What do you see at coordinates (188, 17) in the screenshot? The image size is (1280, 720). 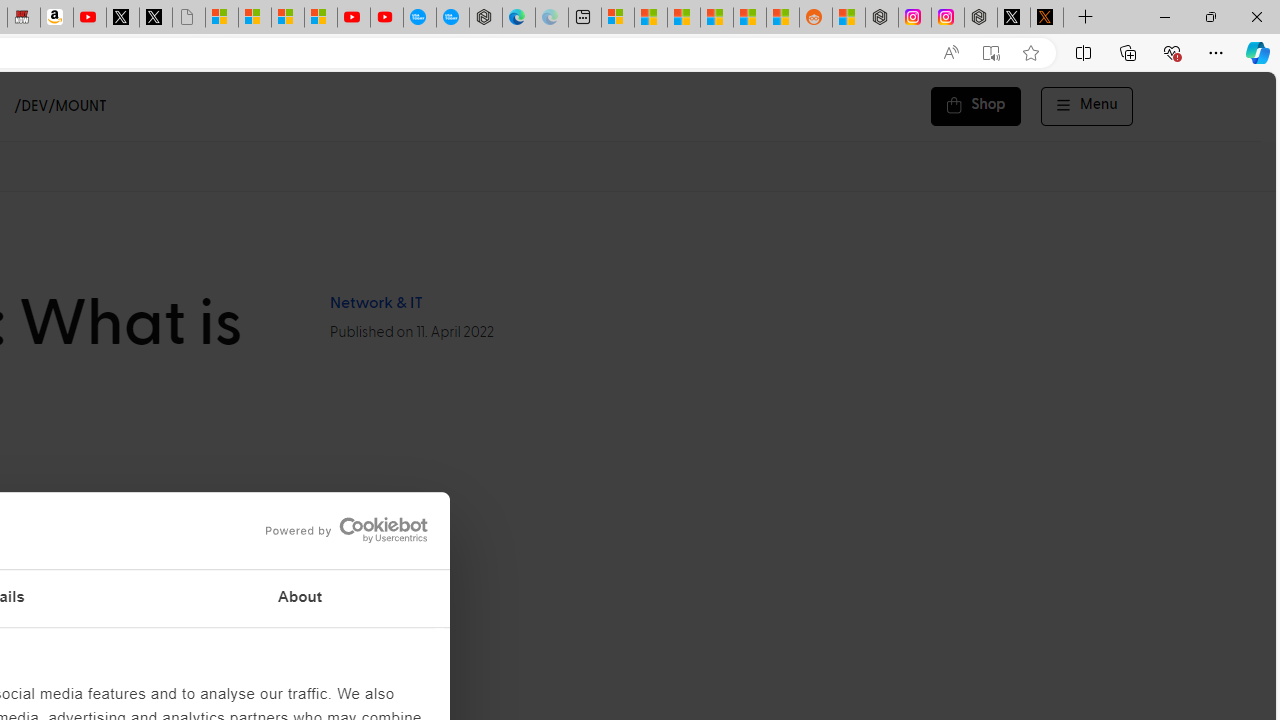 I see `'Untitled'` at bounding box center [188, 17].